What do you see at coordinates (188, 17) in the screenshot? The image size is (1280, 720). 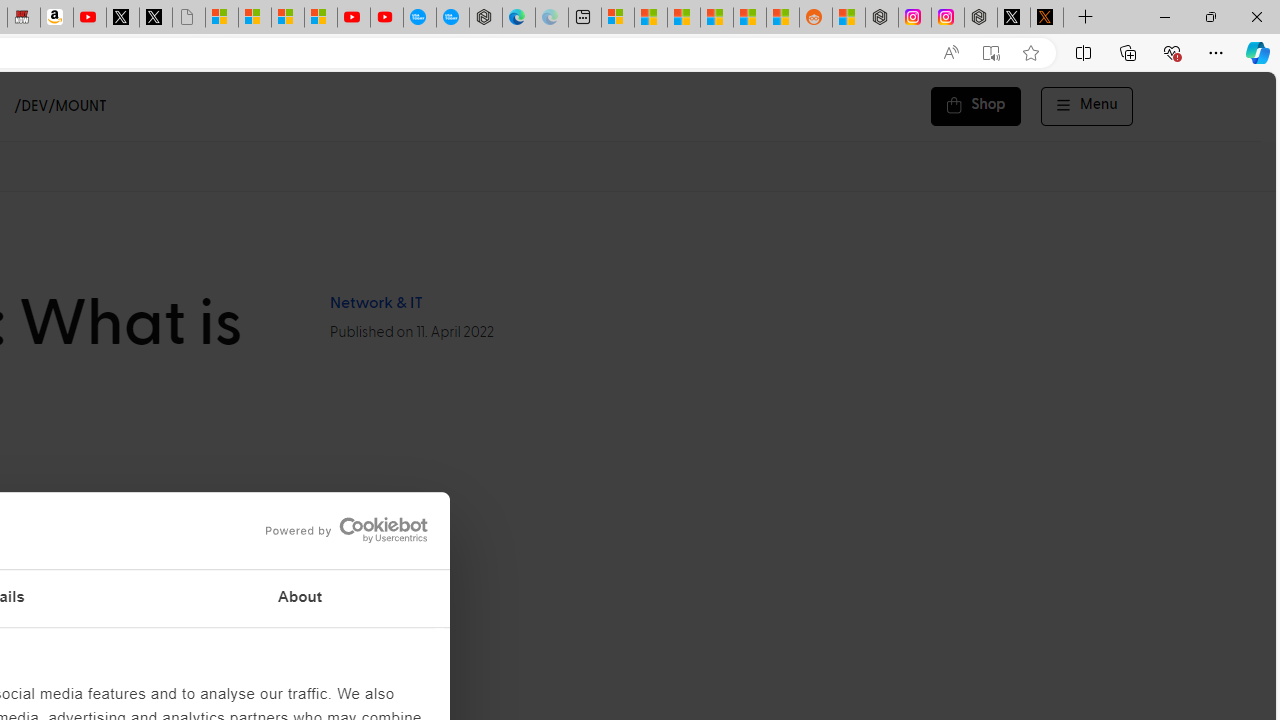 I see `'Untitled'` at bounding box center [188, 17].